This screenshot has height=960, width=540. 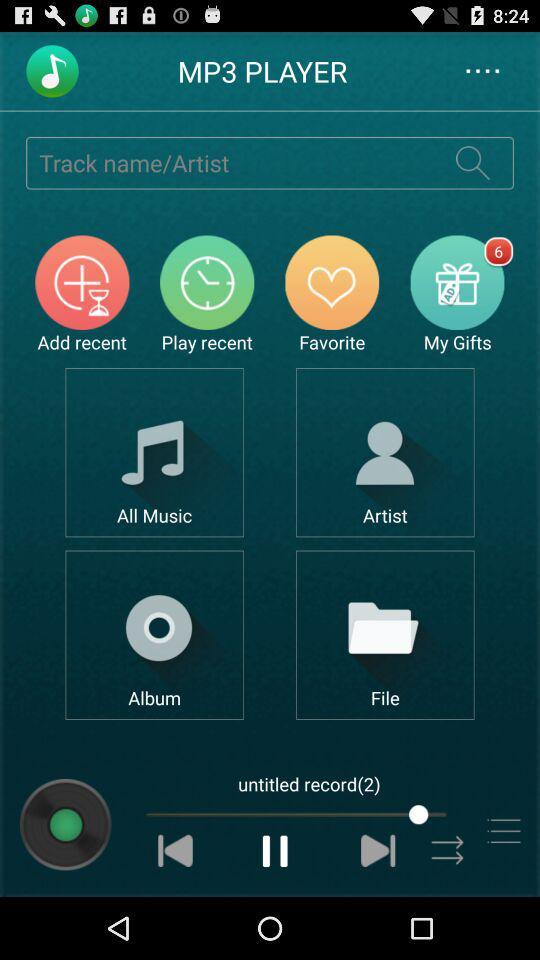 I want to click on next, so click(x=378, y=849).